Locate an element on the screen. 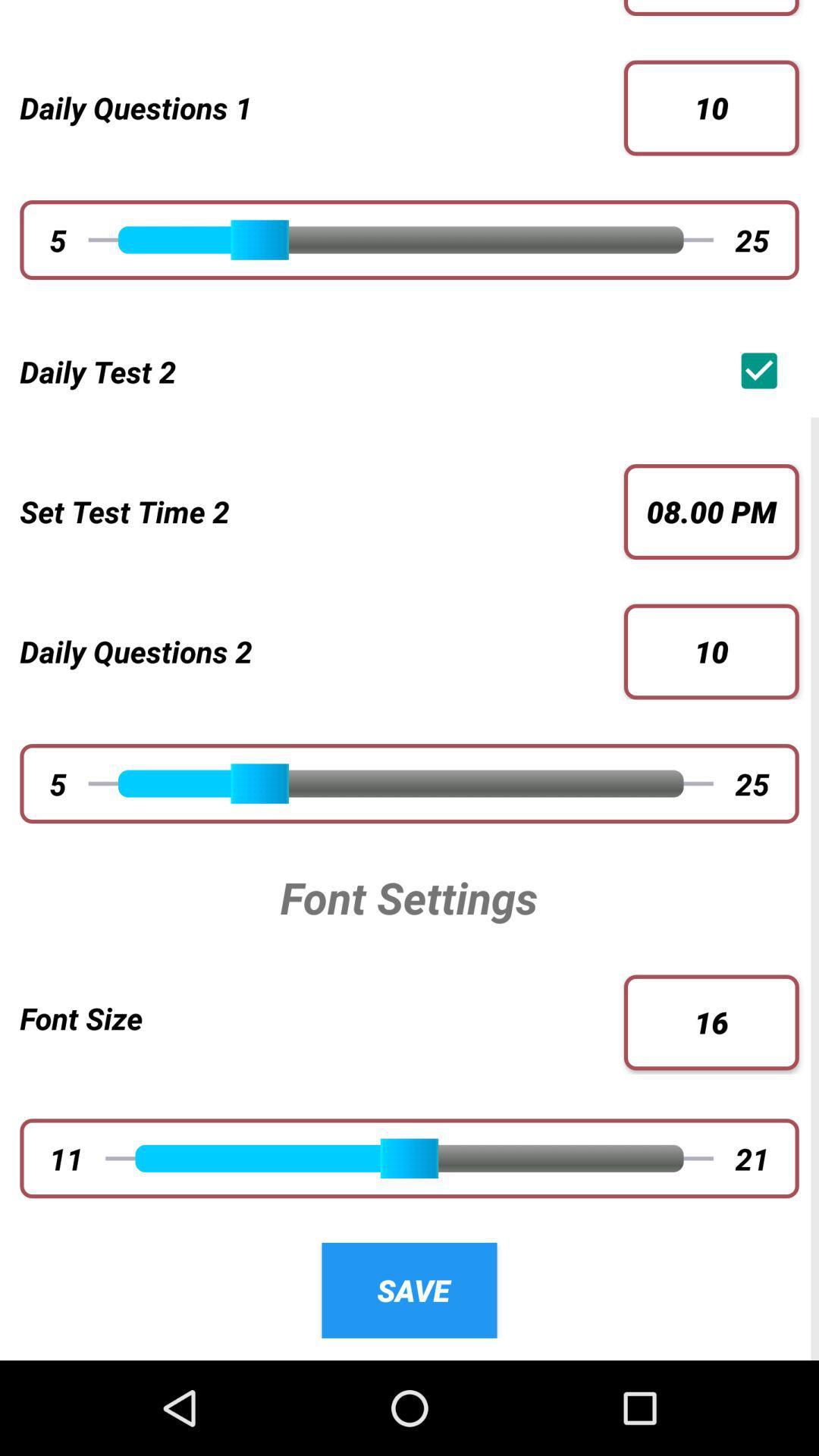 Image resolution: width=819 pixels, height=1456 pixels. icon above the  08.00 pm  button is located at coordinates (763, 371).